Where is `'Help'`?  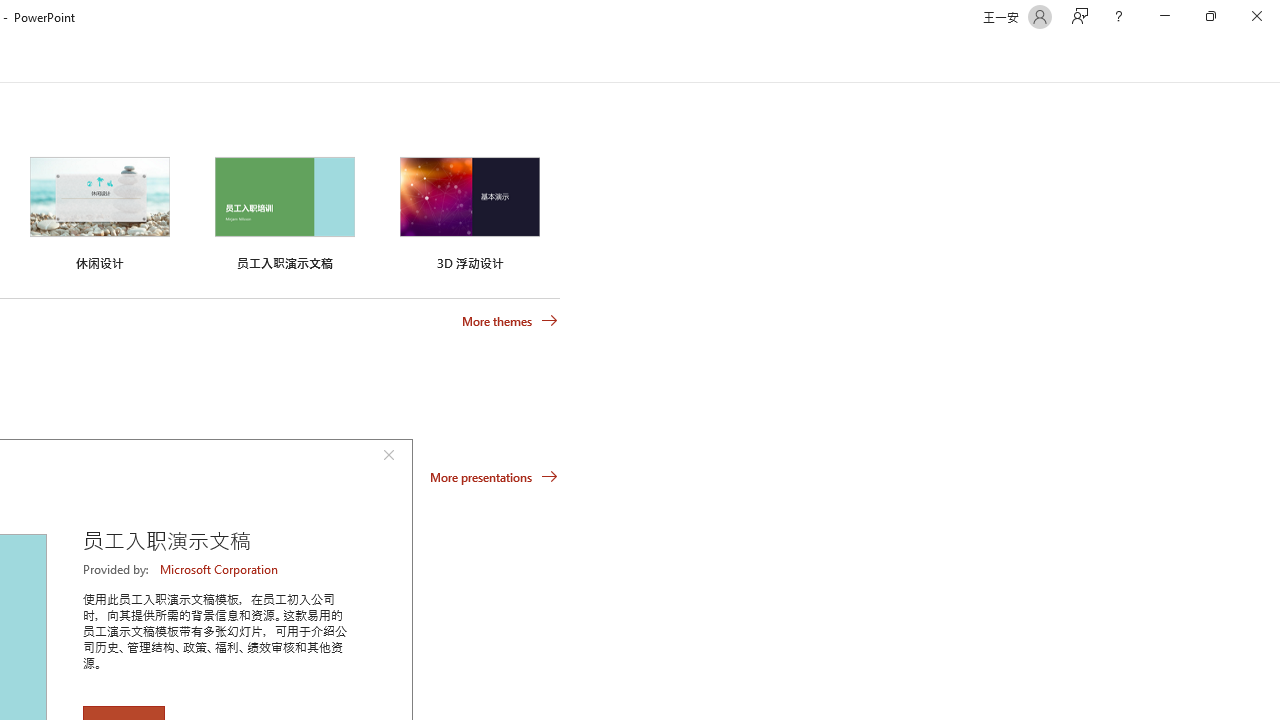
'Help' is located at coordinates (1117, 16).